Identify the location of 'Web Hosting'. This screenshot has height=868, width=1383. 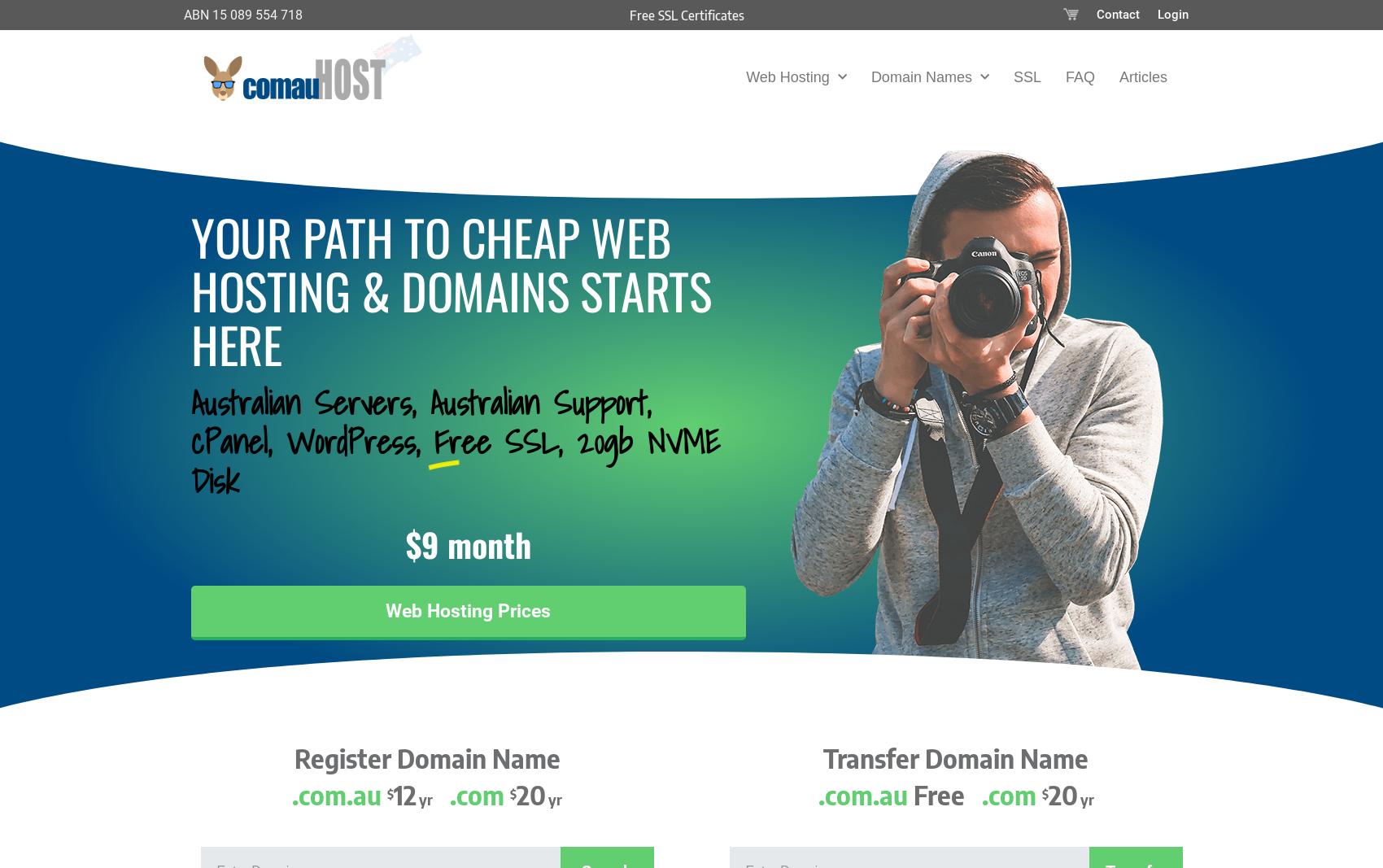
(745, 76).